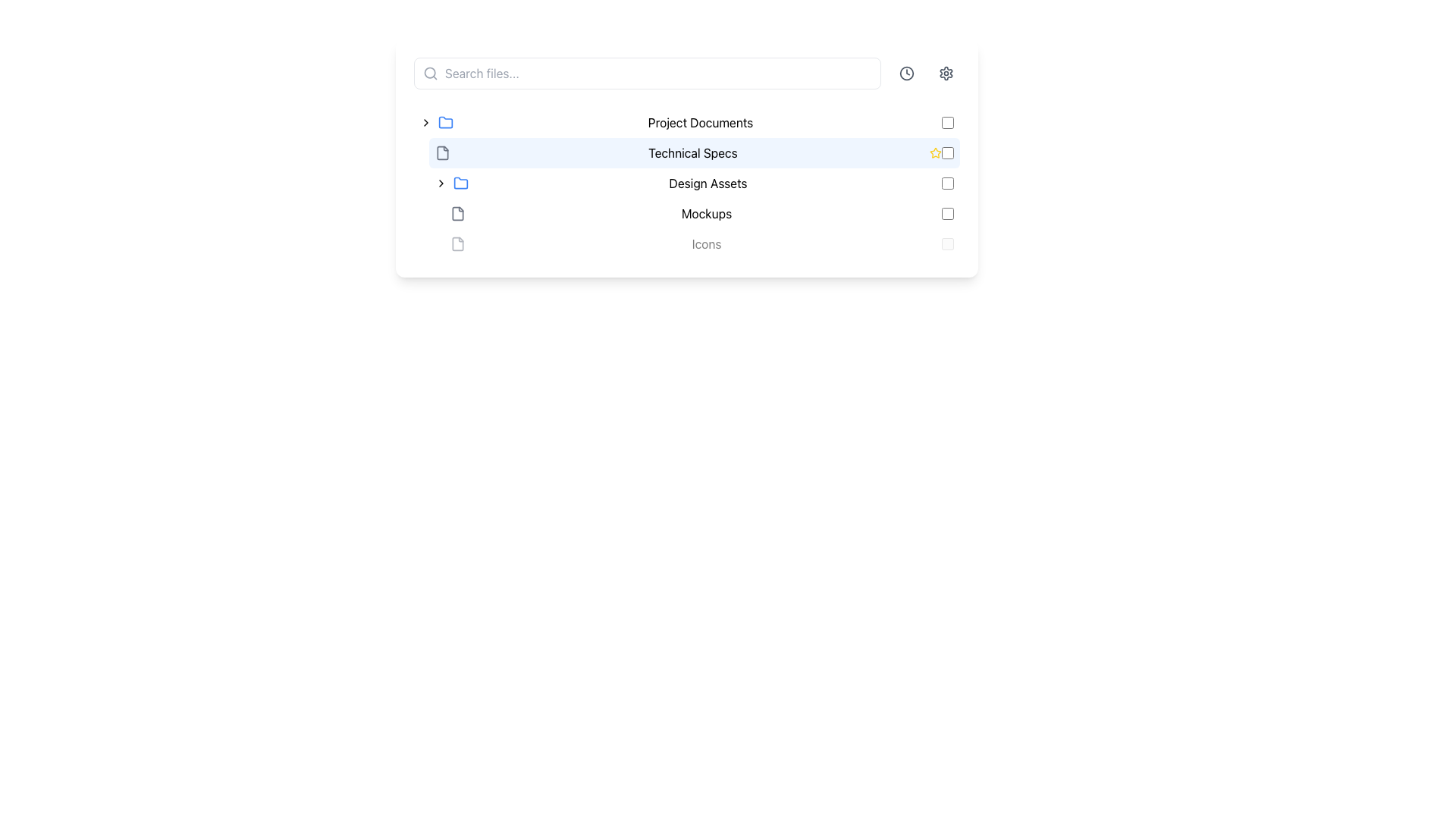 The height and width of the screenshot is (819, 1456). What do you see at coordinates (946, 73) in the screenshot?
I see `the gear-shaped icon located at the top-right corner of the interface` at bounding box center [946, 73].